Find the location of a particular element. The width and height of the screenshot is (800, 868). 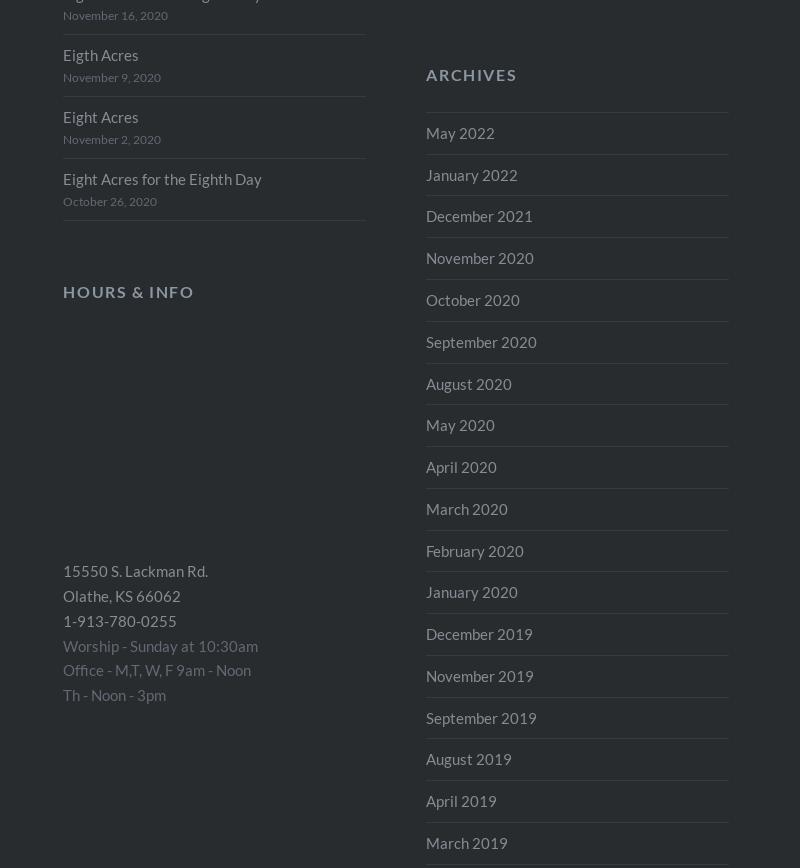

'April 2020' is located at coordinates (460, 465).